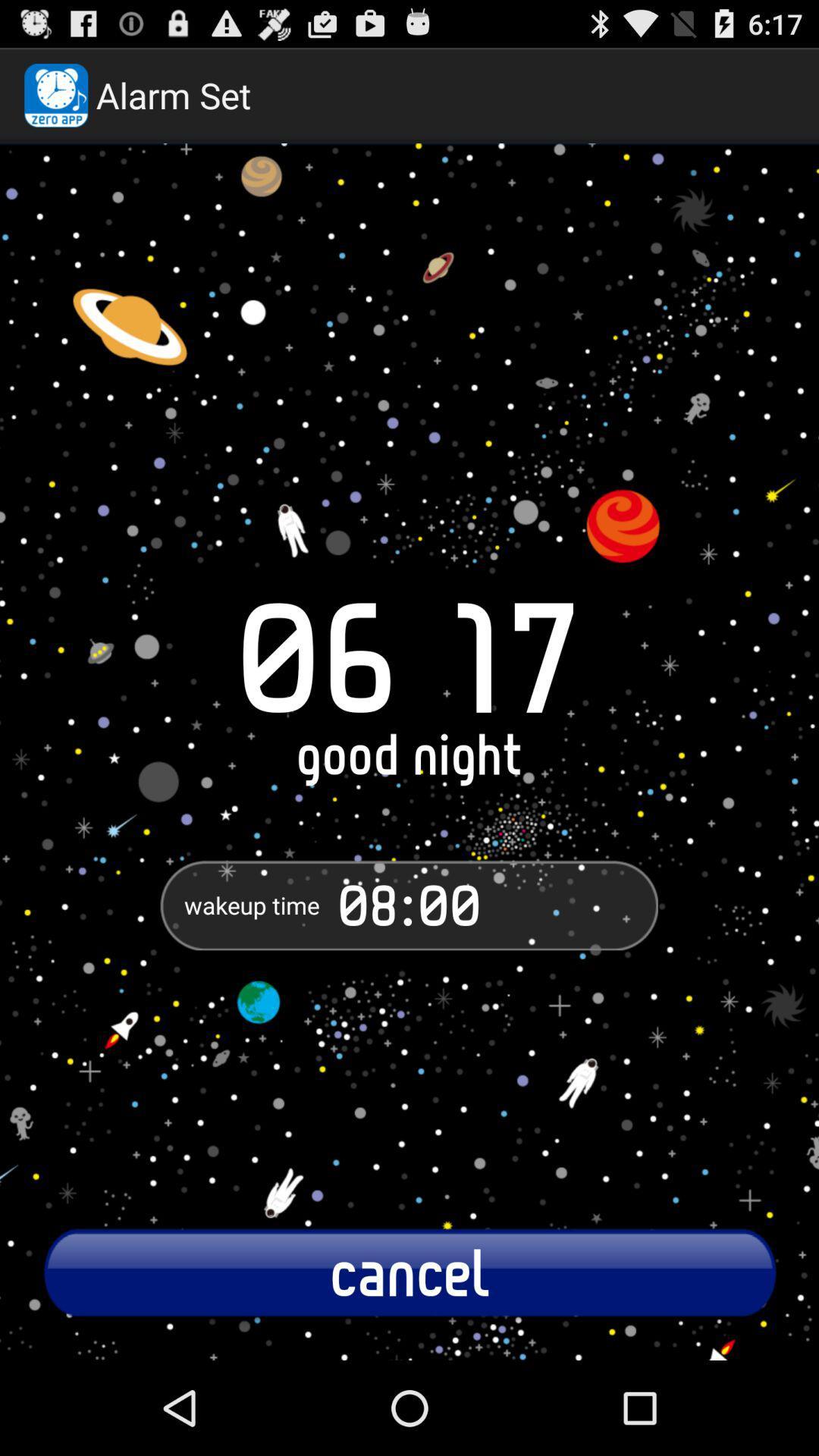 This screenshot has width=819, height=1456. What do you see at coordinates (409, 1272) in the screenshot?
I see `icon at the bottom` at bounding box center [409, 1272].